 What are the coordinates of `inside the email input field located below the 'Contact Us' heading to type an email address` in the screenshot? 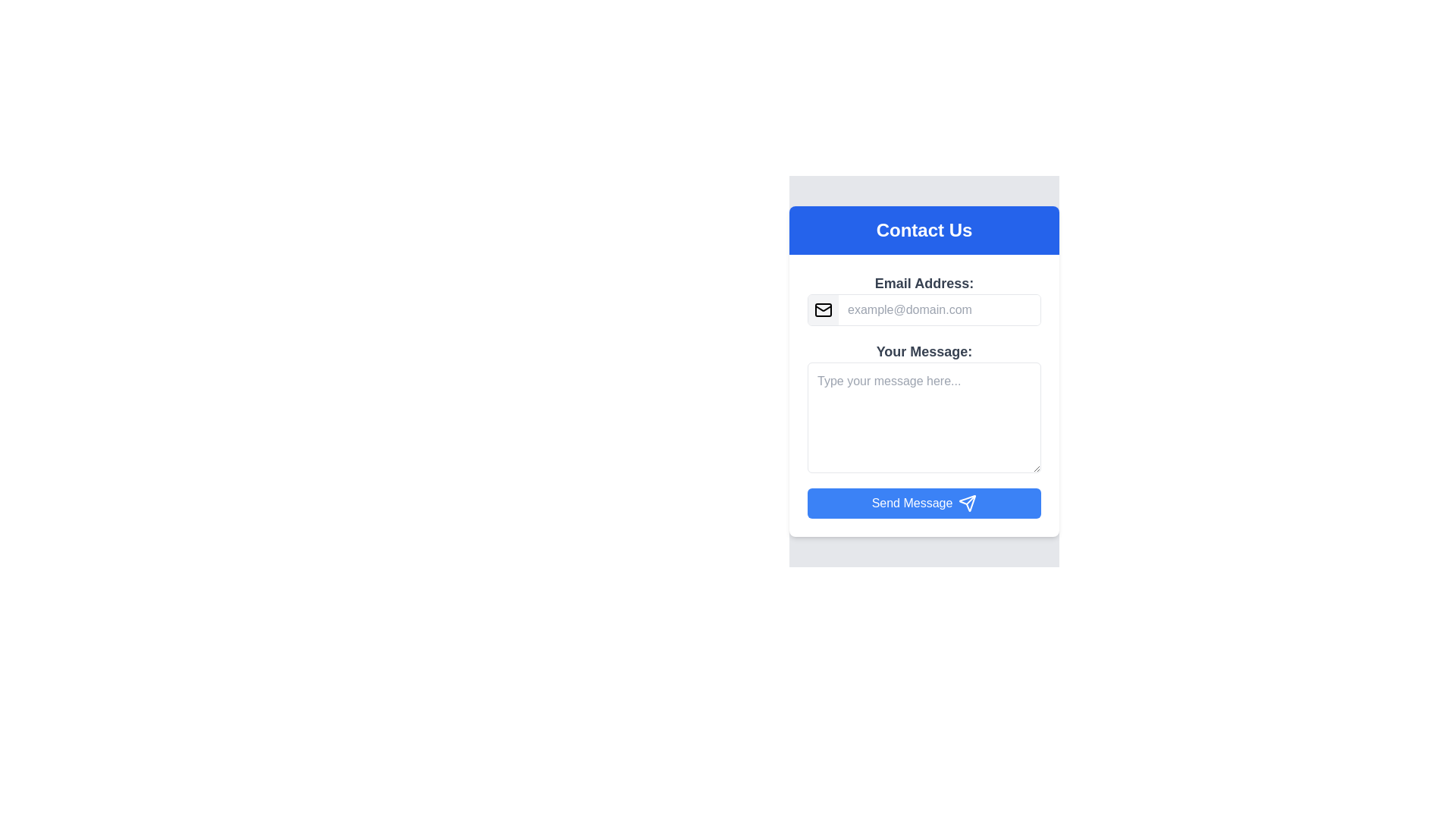 It's located at (924, 299).